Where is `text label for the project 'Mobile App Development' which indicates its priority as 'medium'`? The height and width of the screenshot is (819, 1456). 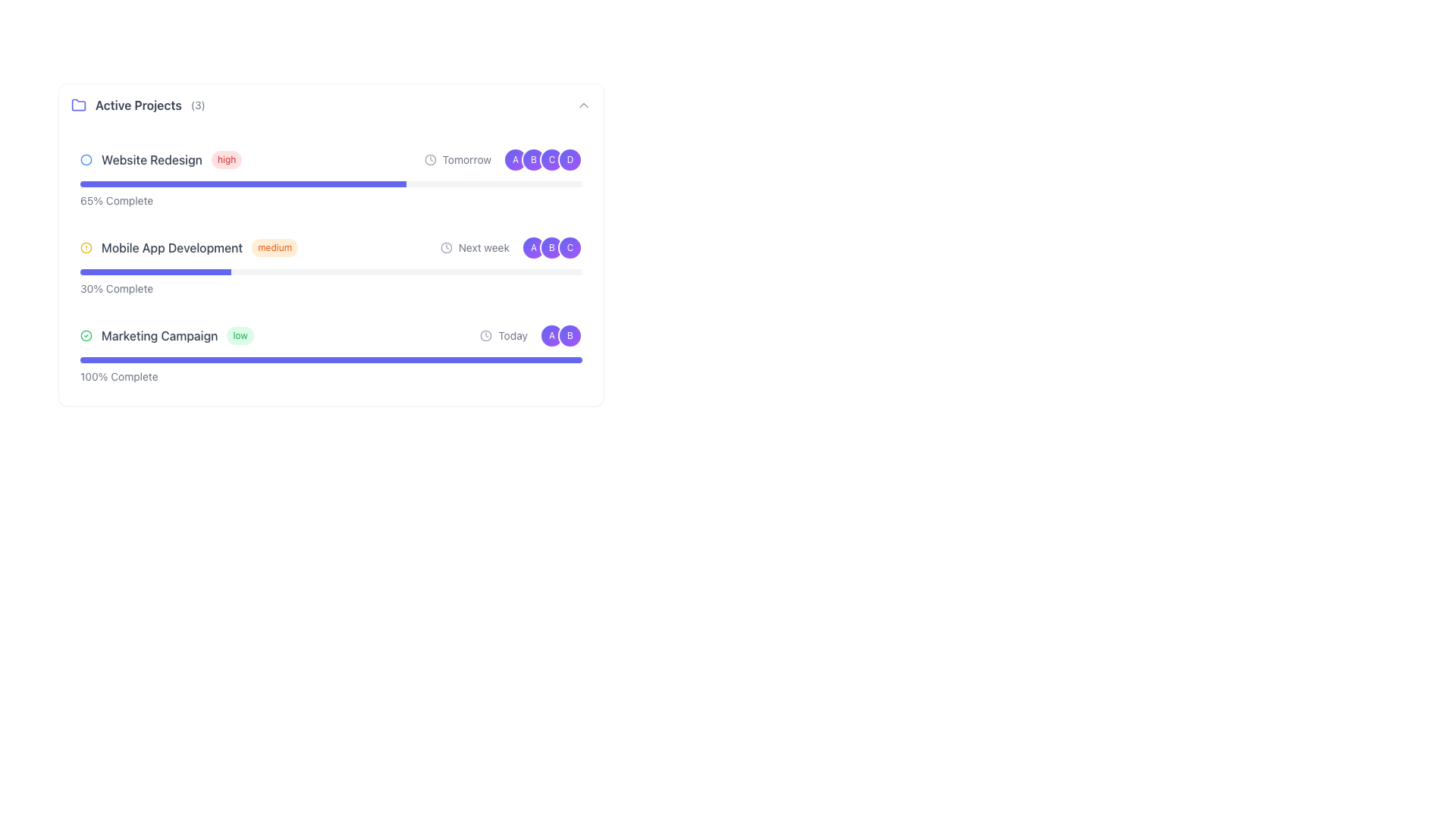 text label for the project 'Mobile App Development' which indicates its priority as 'medium' is located at coordinates (260, 247).